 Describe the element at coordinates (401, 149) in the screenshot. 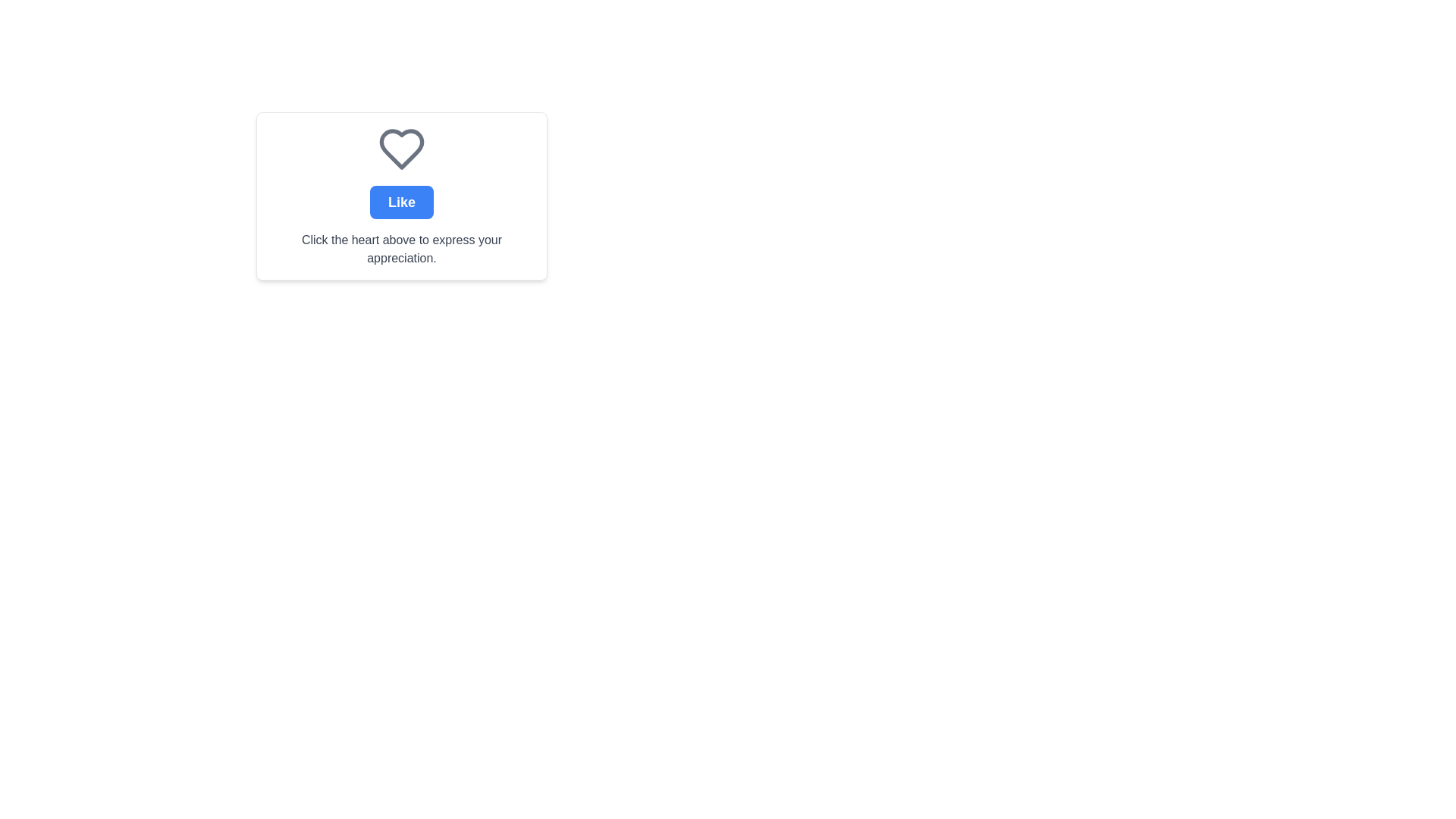

I see `the heart-shaped outline icon, which represents a 'Like' interaction` at that location.